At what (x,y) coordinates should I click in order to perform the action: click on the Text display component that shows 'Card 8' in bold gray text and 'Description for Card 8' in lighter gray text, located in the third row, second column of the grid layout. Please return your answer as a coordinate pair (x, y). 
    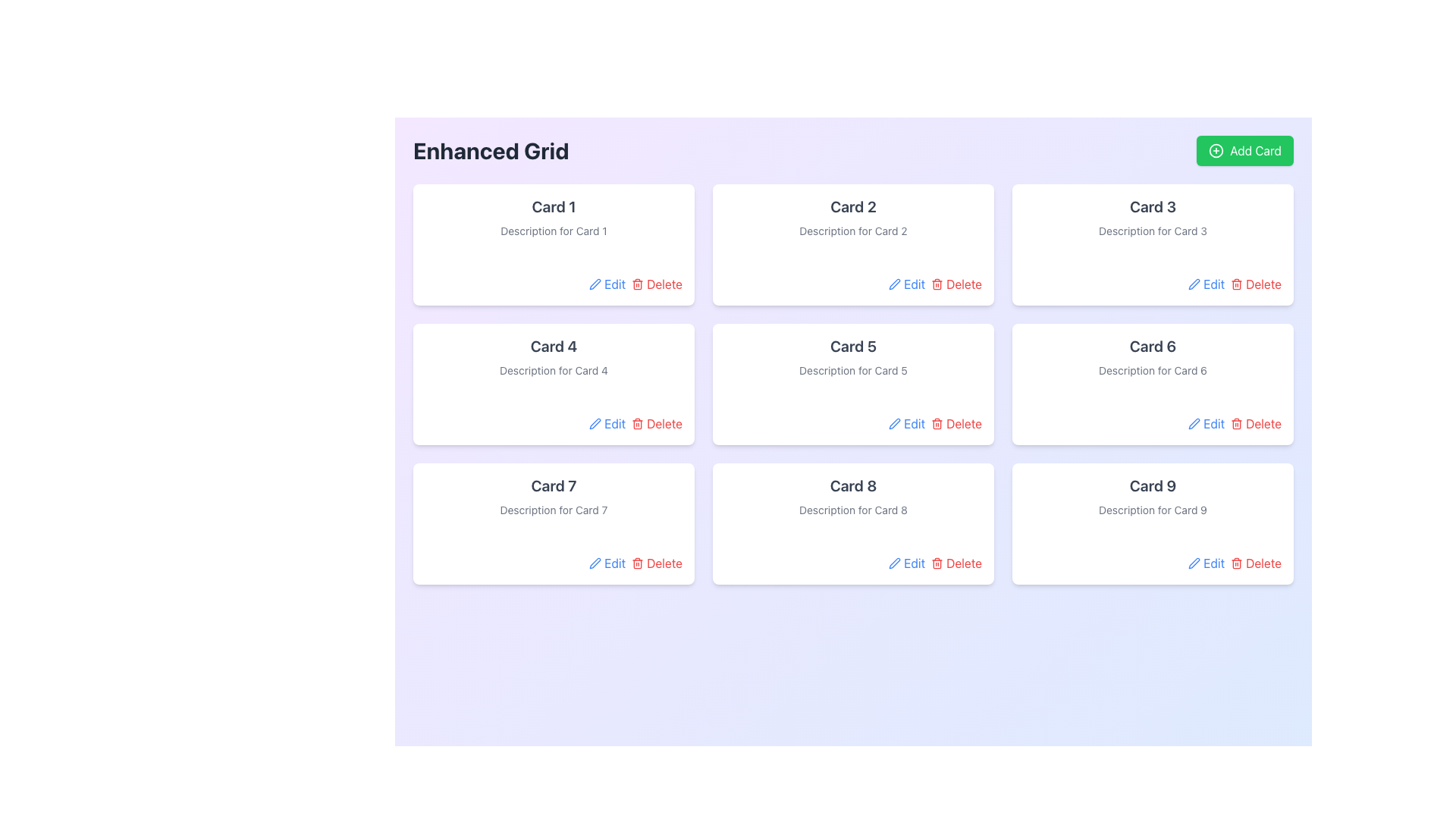
    Looking at the image, I should click on (853, 497).